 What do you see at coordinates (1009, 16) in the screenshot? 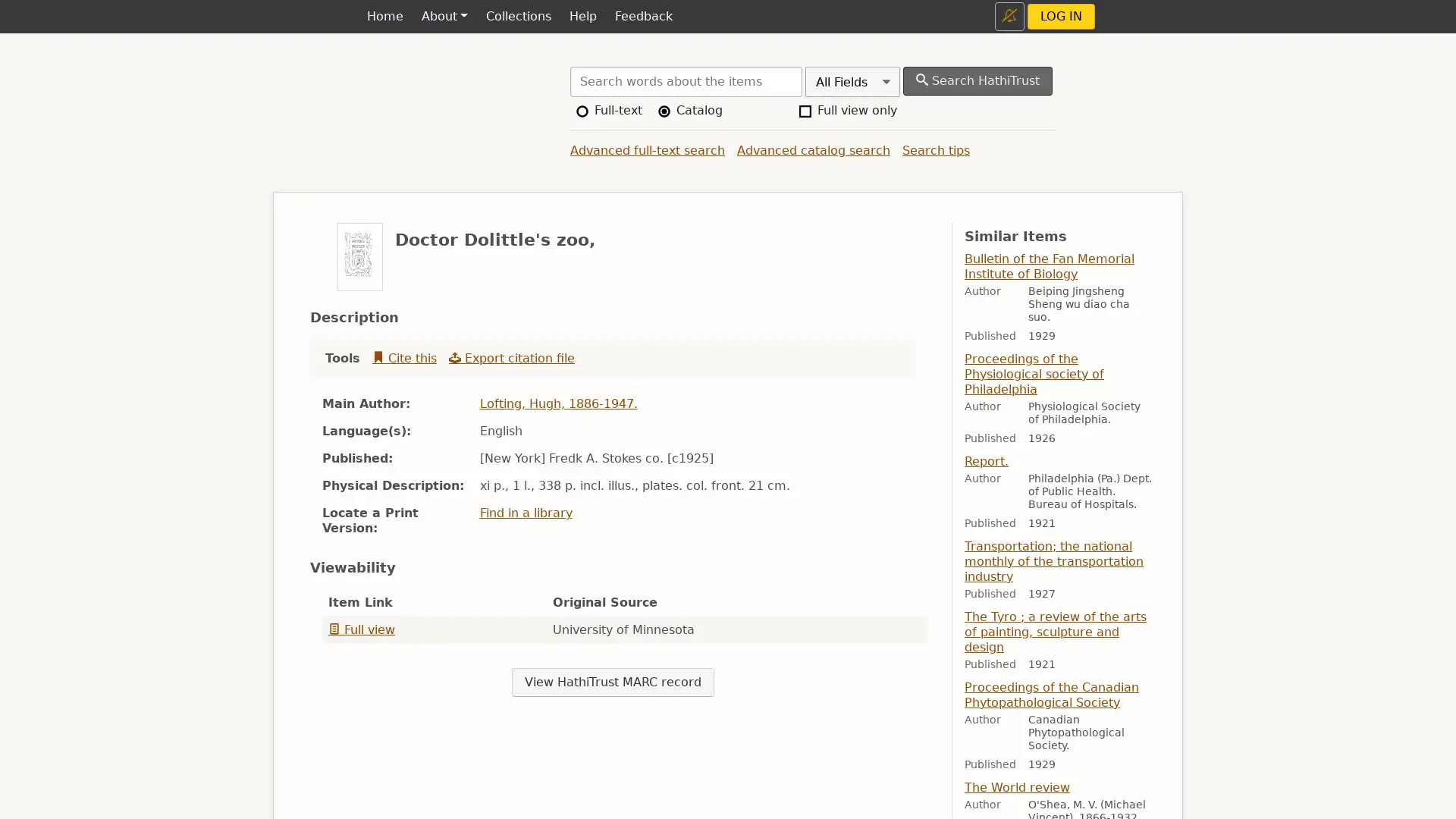
I see `Toggle Notifications` at bounding box center [1009, 16].